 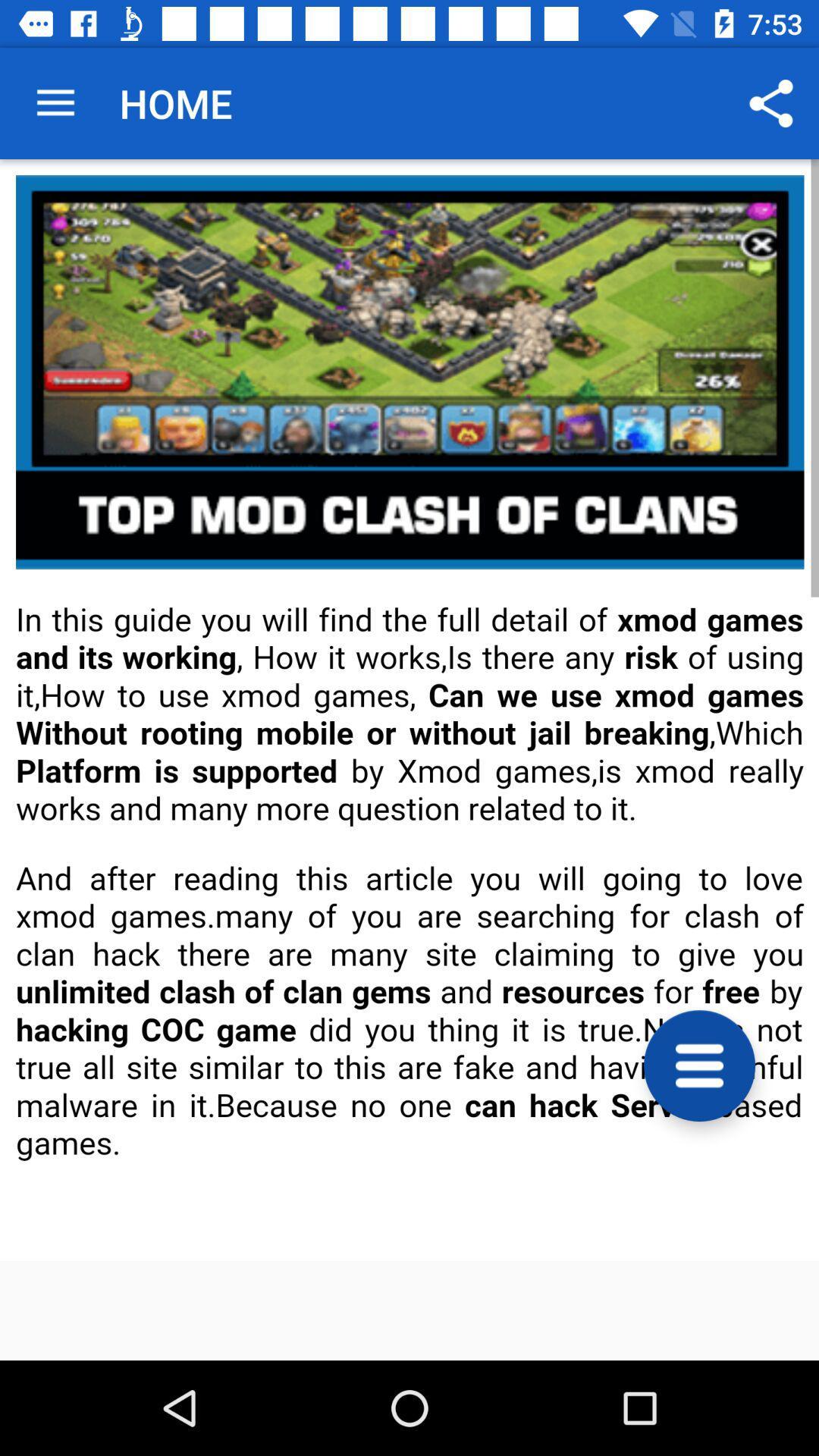 I want to click on show options, so click(x=699, y=1065).